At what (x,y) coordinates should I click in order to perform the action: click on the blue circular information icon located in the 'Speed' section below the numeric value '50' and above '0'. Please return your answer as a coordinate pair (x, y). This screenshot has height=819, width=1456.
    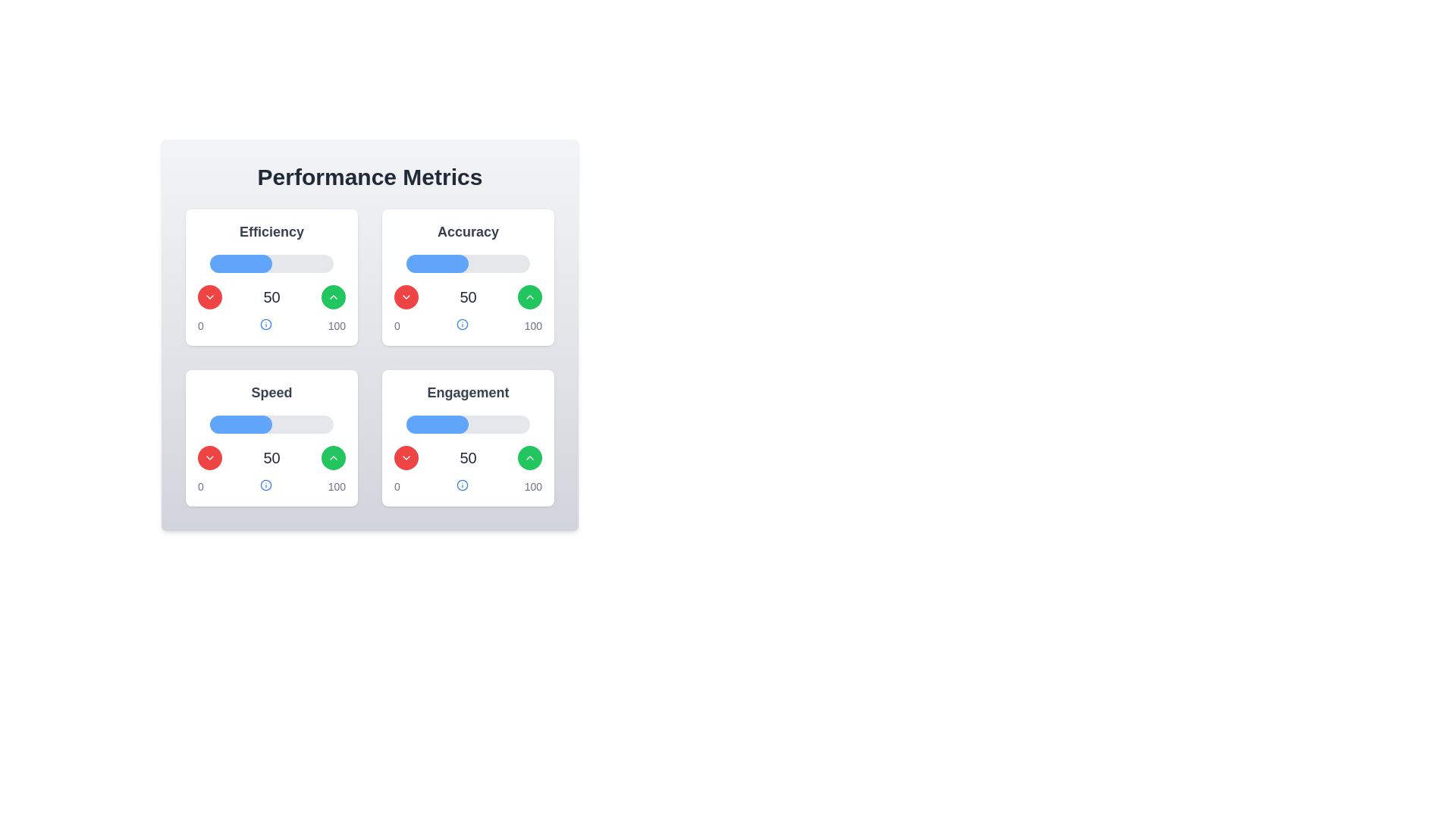
    Looking at the image, I should click on (265, 485).